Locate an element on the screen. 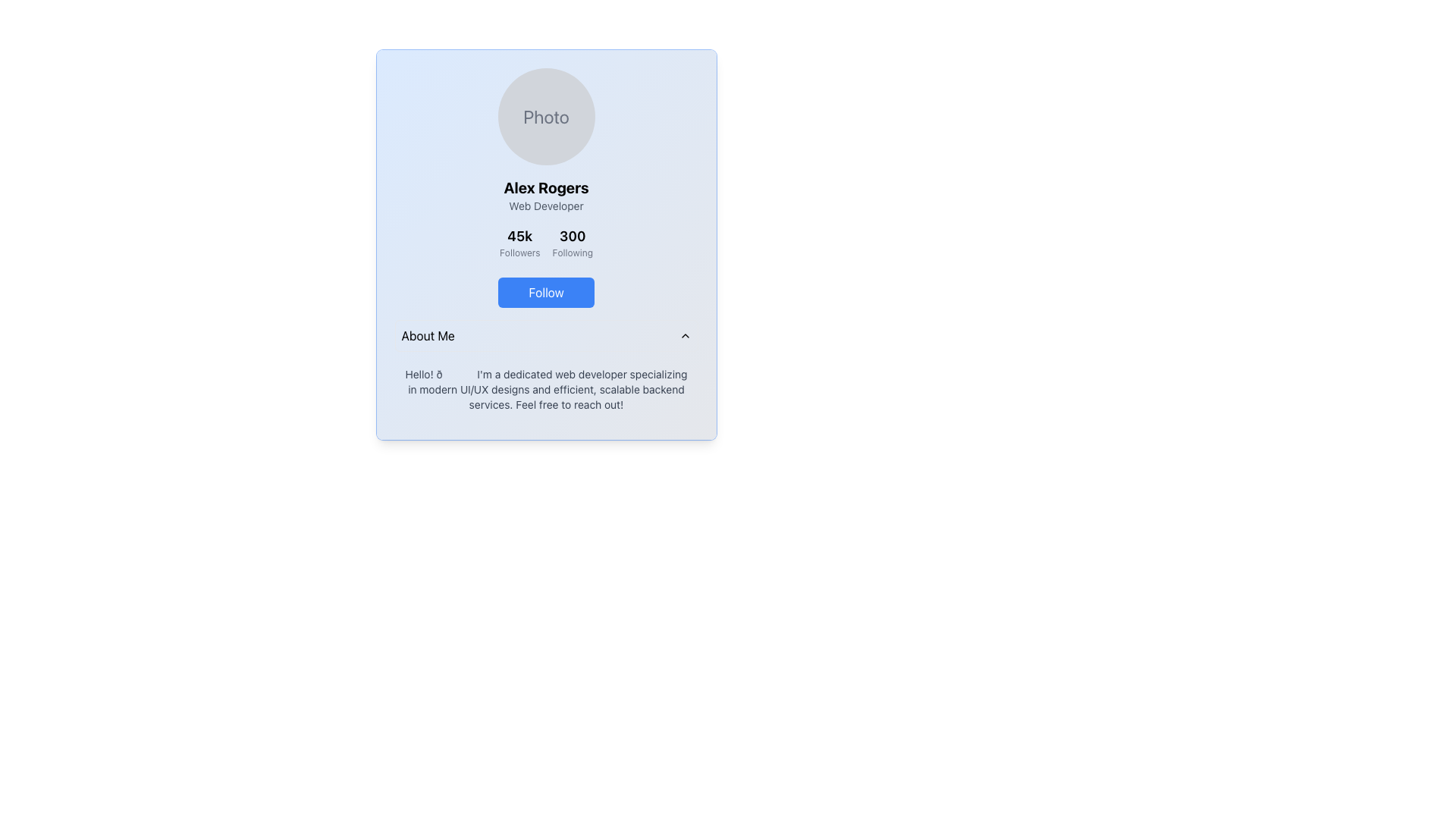  the interactive parts of the 'About Me' informational section, which is located at the bottom of the profile card, immediately under the 'Follow' button is located at coordinates (546, 371).